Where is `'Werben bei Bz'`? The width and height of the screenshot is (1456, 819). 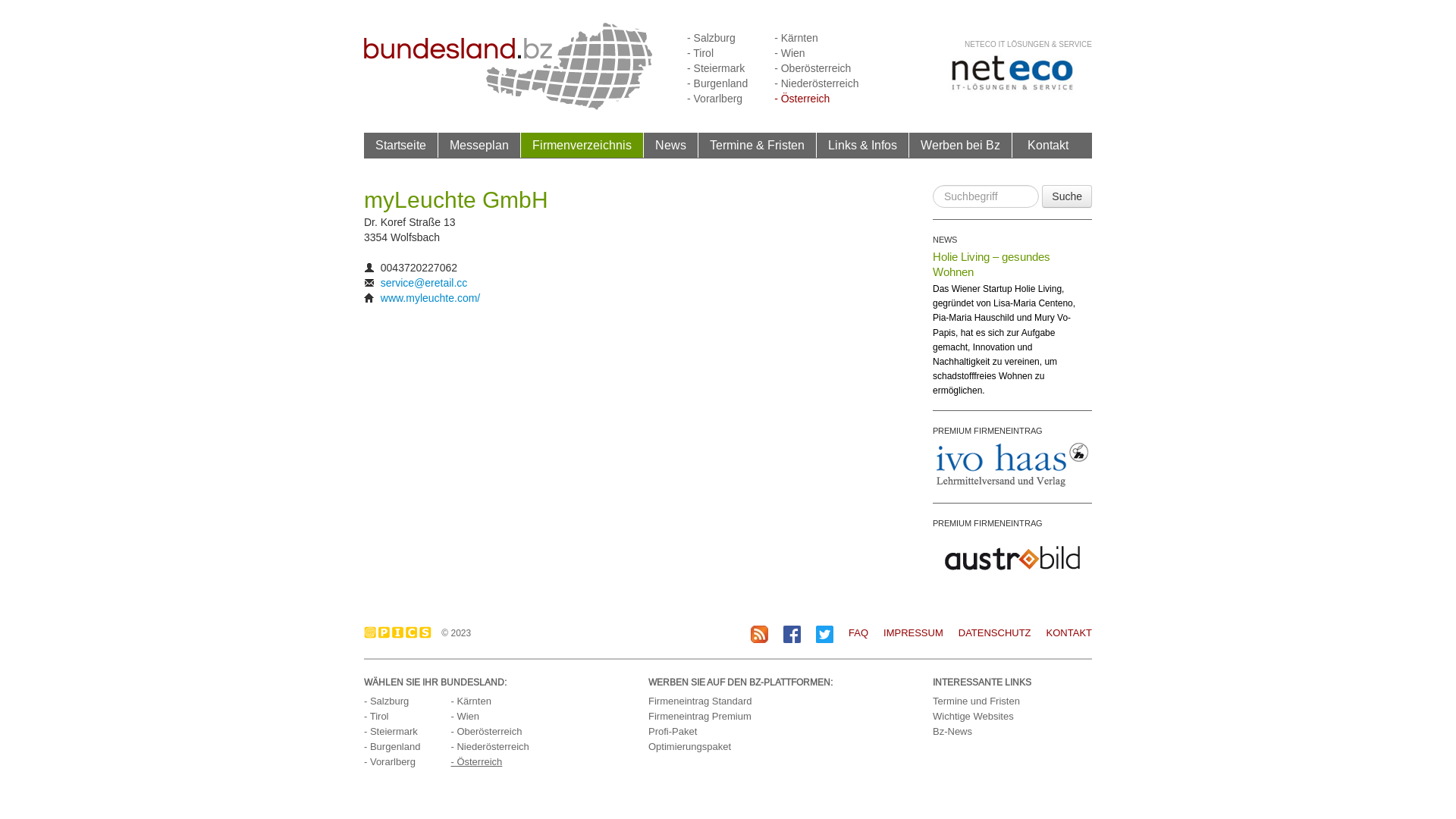
'Werben bei Bz' is located at coordinates (959, 145).